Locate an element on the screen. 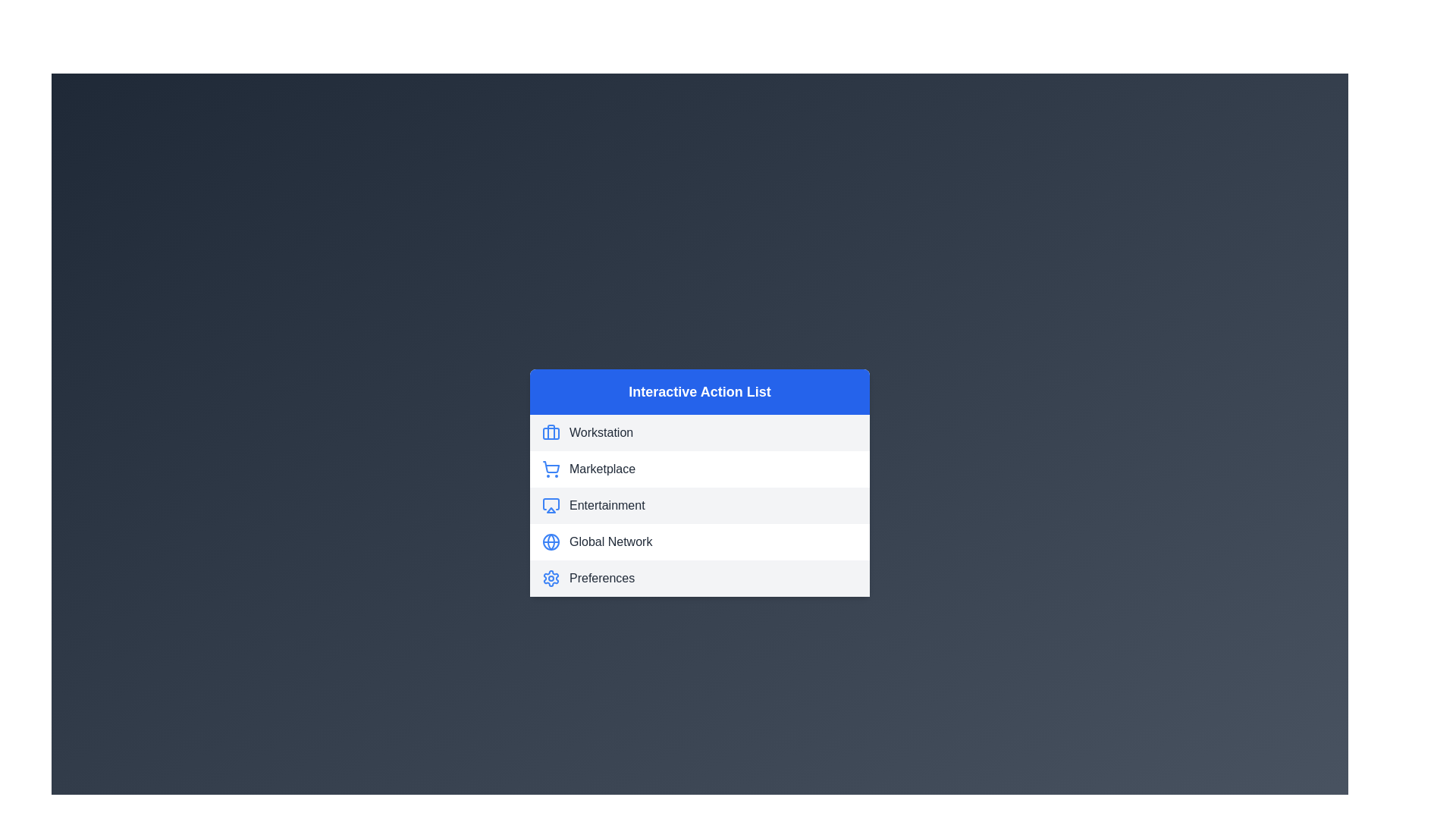 The width and height of the screenshot is (1456, 819). the inner rectangular part of the blue briefcase icon located next to the 'Workstation' label in the menu is located at coordinates (550, 432).